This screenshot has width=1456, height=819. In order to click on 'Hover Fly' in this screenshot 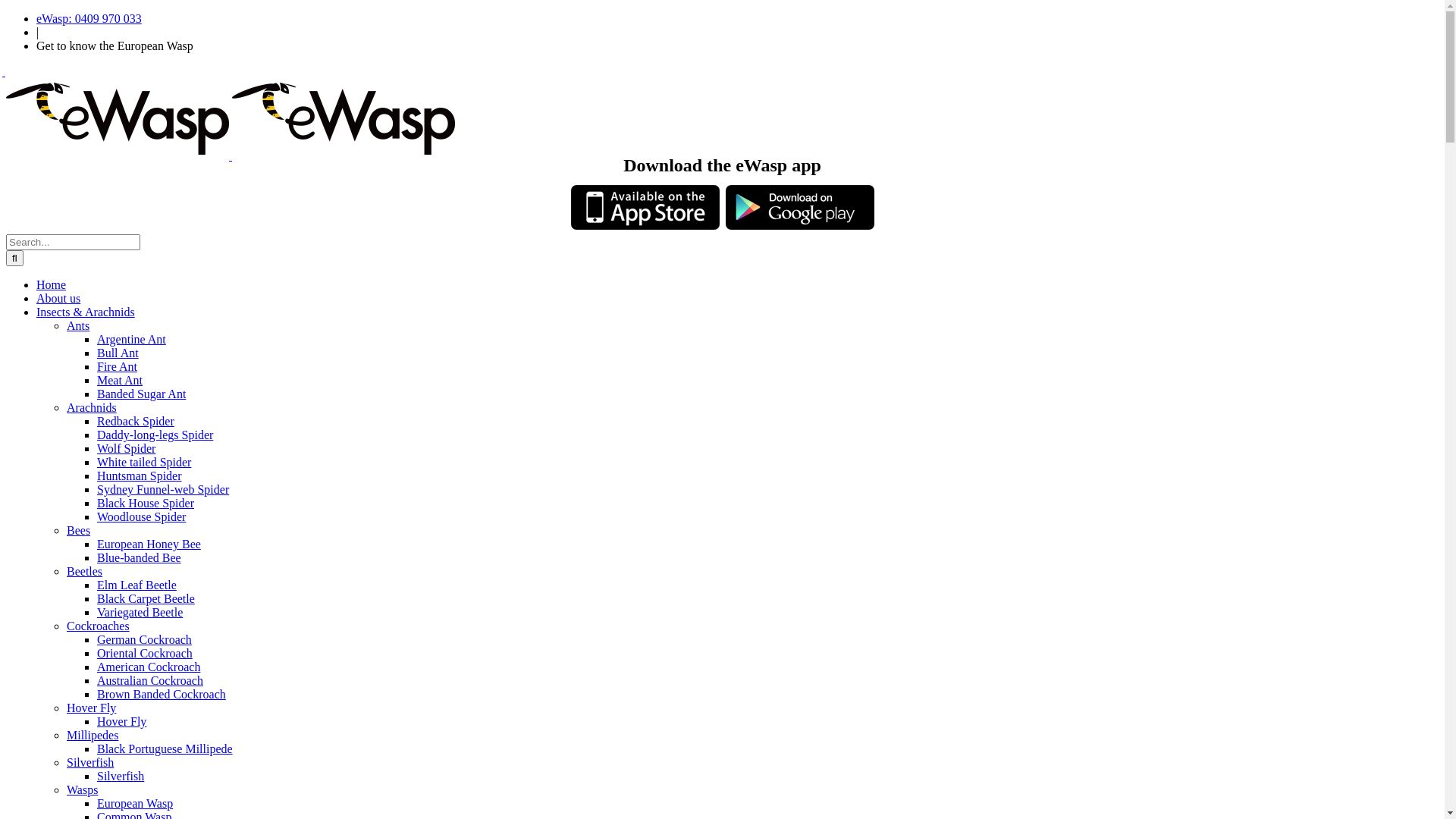, I will do `click(121, 720)`.